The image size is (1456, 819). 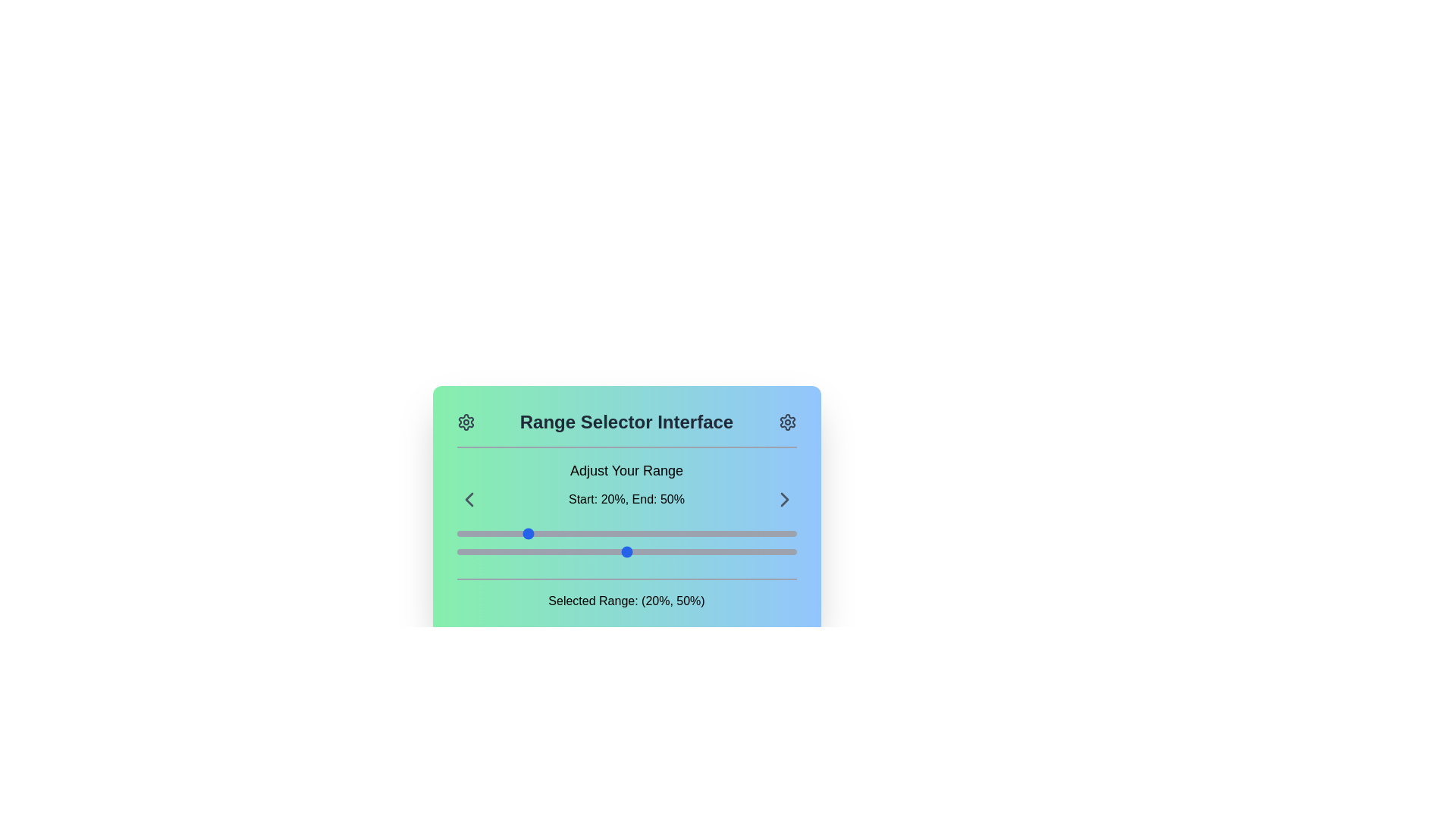 I want to click on the slider value, so click(x=748, y=552).